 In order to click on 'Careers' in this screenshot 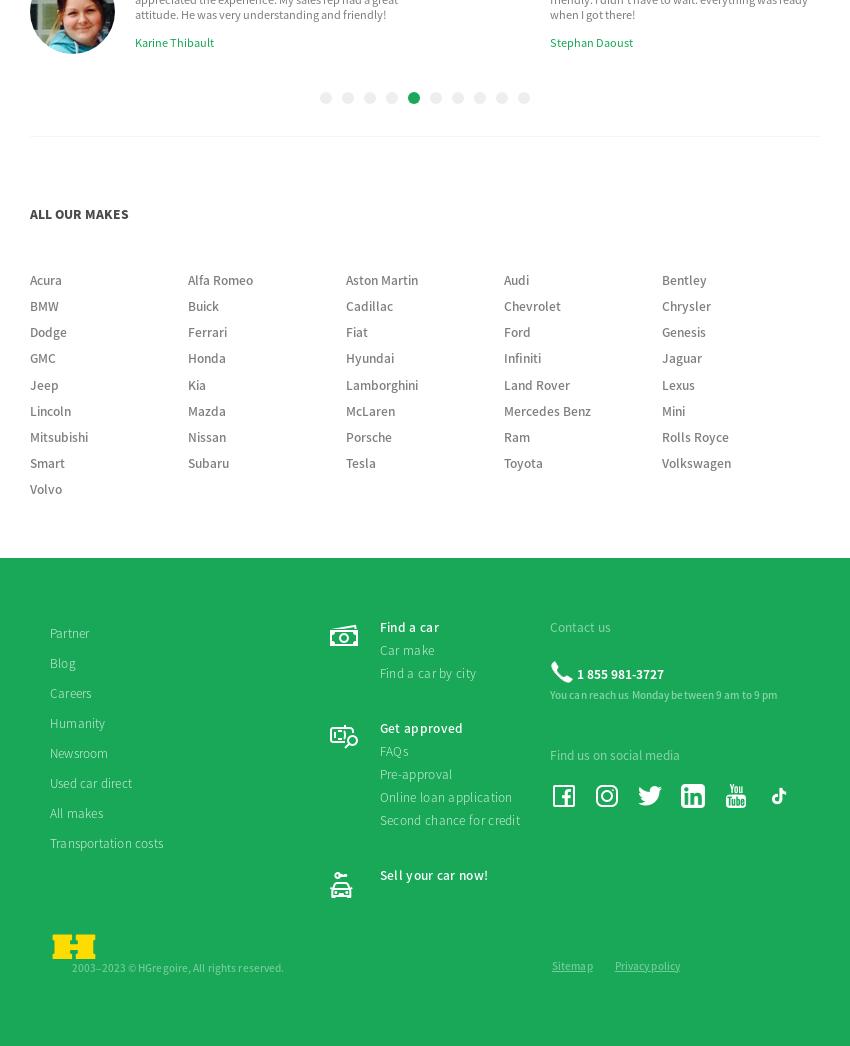, I will do `click(70, 313)`.